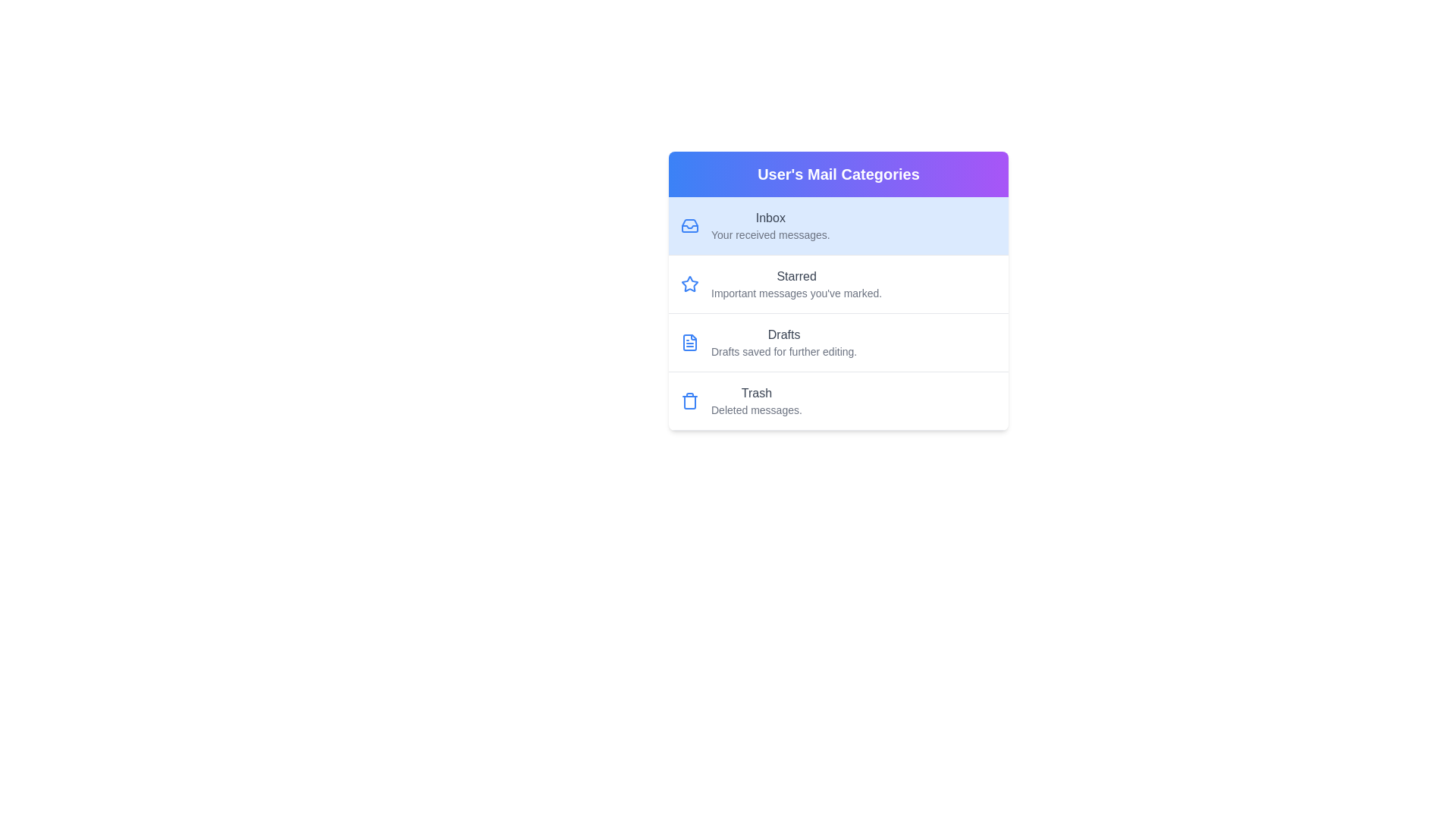 The height and width of the screenshot is (819, 1456). What do you see at coordinates (837, 342) in the screenshot?
I see `the mail category item corresponding to Drafts` at bounding box center [837, 342].